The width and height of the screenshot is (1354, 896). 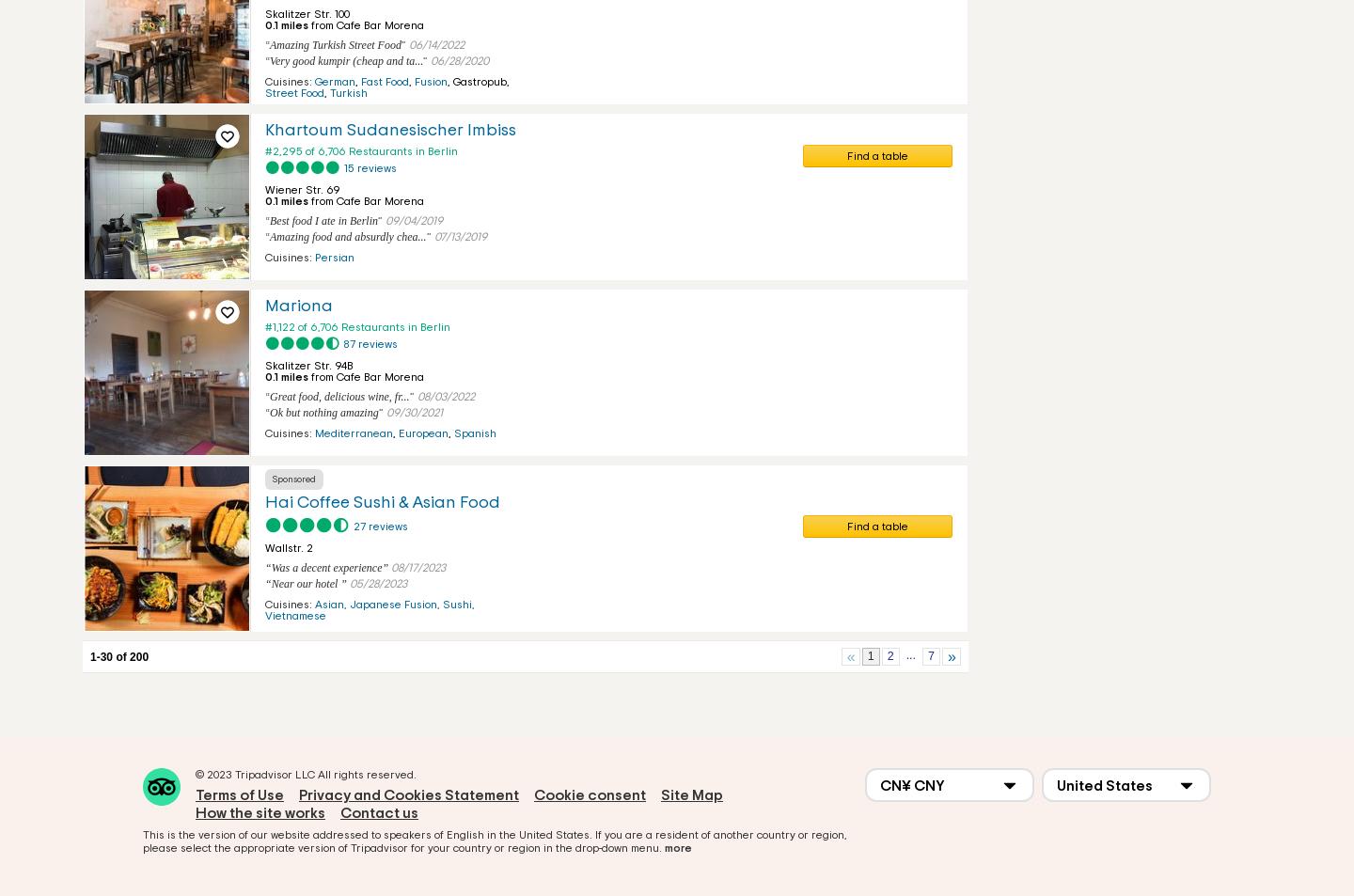 What do you see at coordinates (433, 235) in the screenshot?
I see `'07/13/2019'` at bounding box center [433, 235].